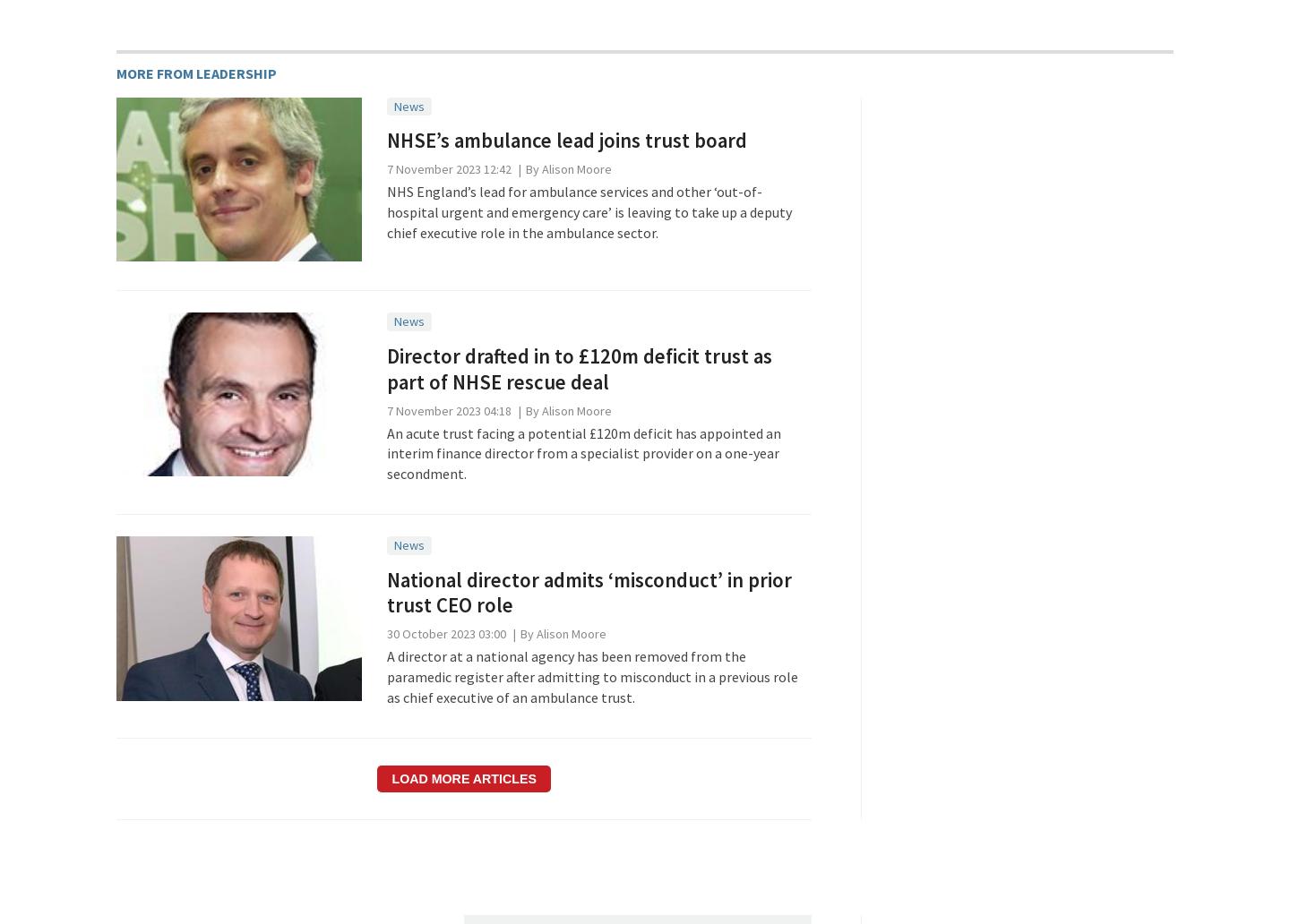 The height and width of the screenshot is (924, 1290). What do you see at coordinates (447, 409) in the screenshot?
I see `'7 November 2023 04:18'` at bounding box center [447, 409].